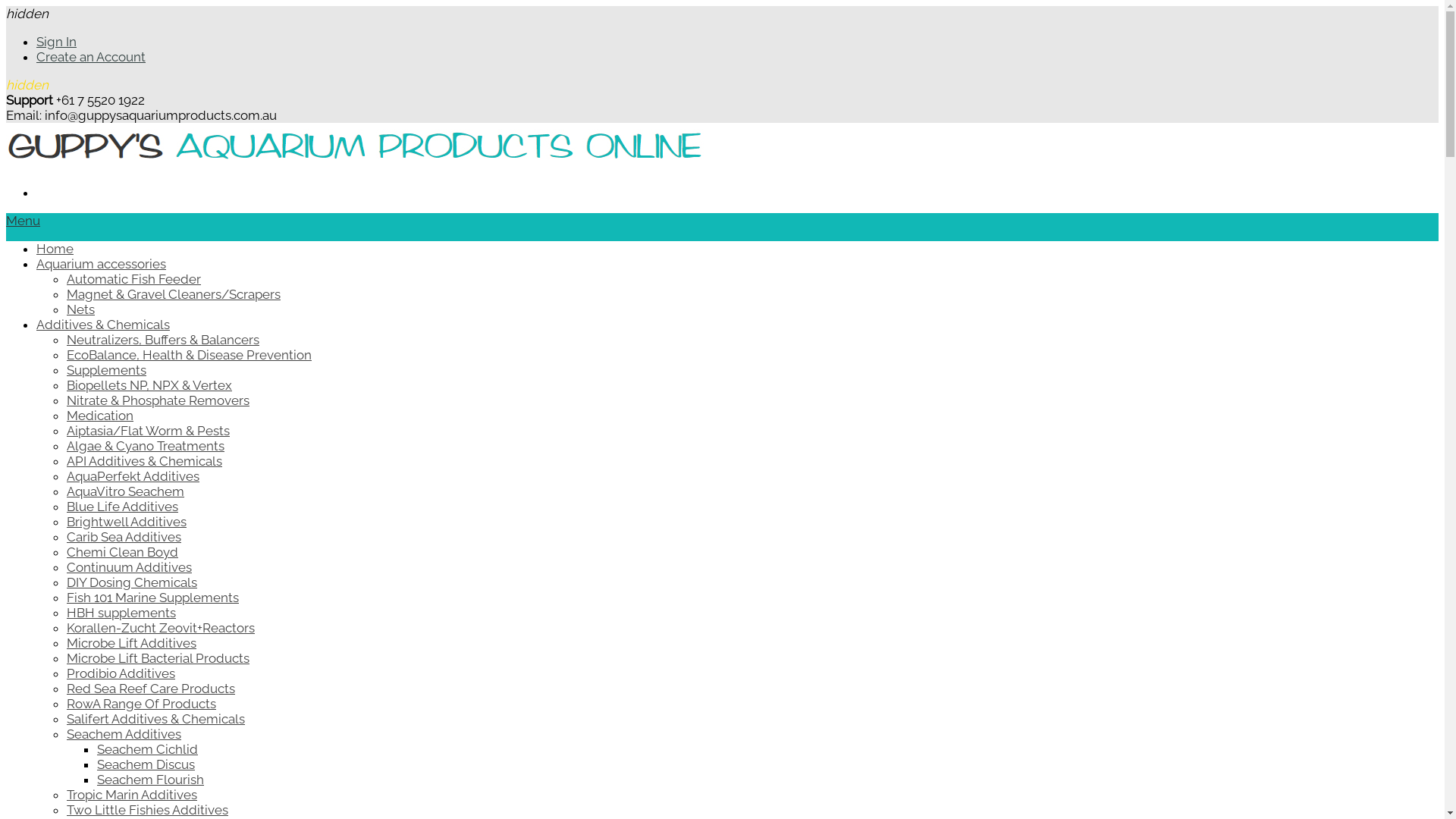 This screenshot has height=819, width=1456. Describe the element at coordinates (144, 460) in the screenshot. I see `'API Additives & Chemicals'` at that location.